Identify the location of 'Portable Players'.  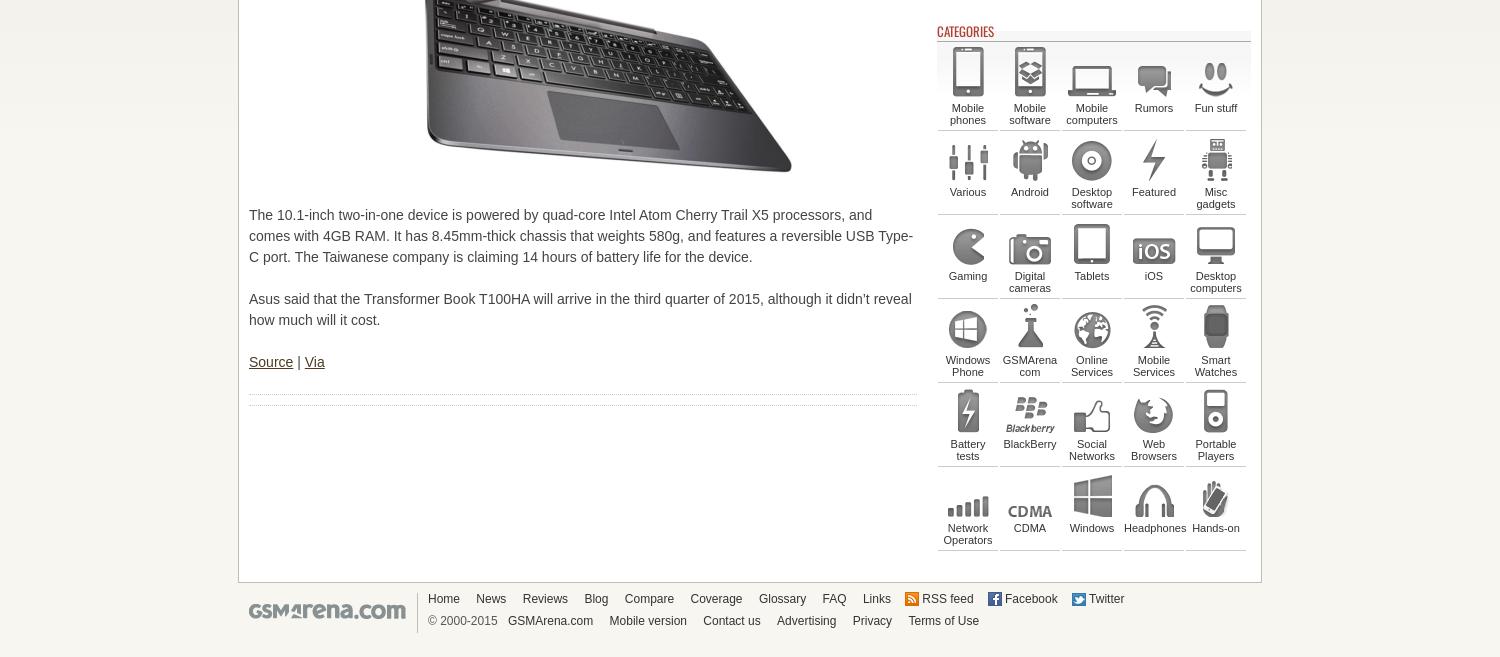
(1214, 449).